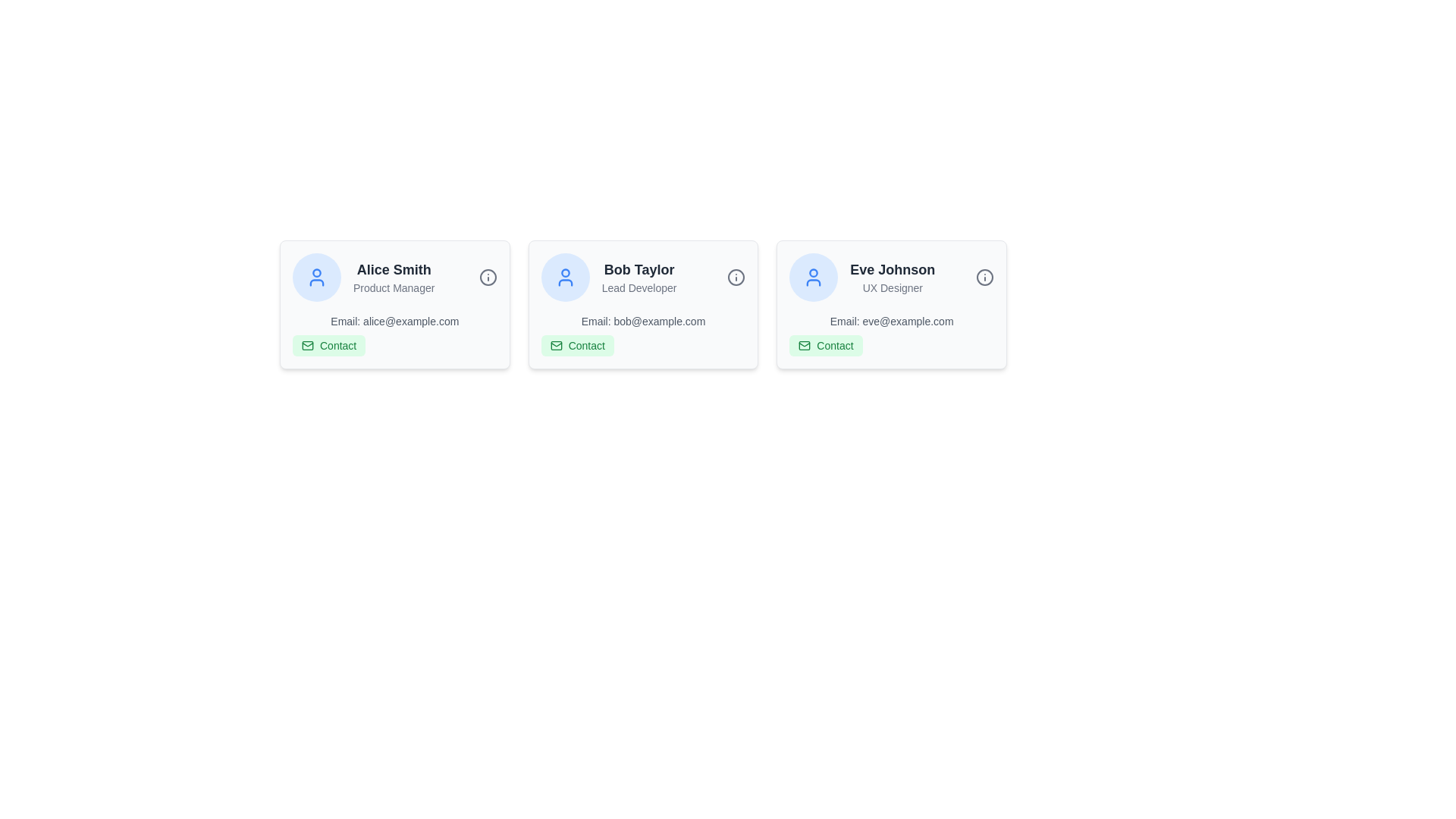 Image resolution: width=1456 pixels, height=819 pixels. What do you see at coordinates (813, 273) in the screenshot?
I see `the SVG circle element that represents the head within a user icon, located in the top left corner of a user information card` at bounding box center [813, 273].